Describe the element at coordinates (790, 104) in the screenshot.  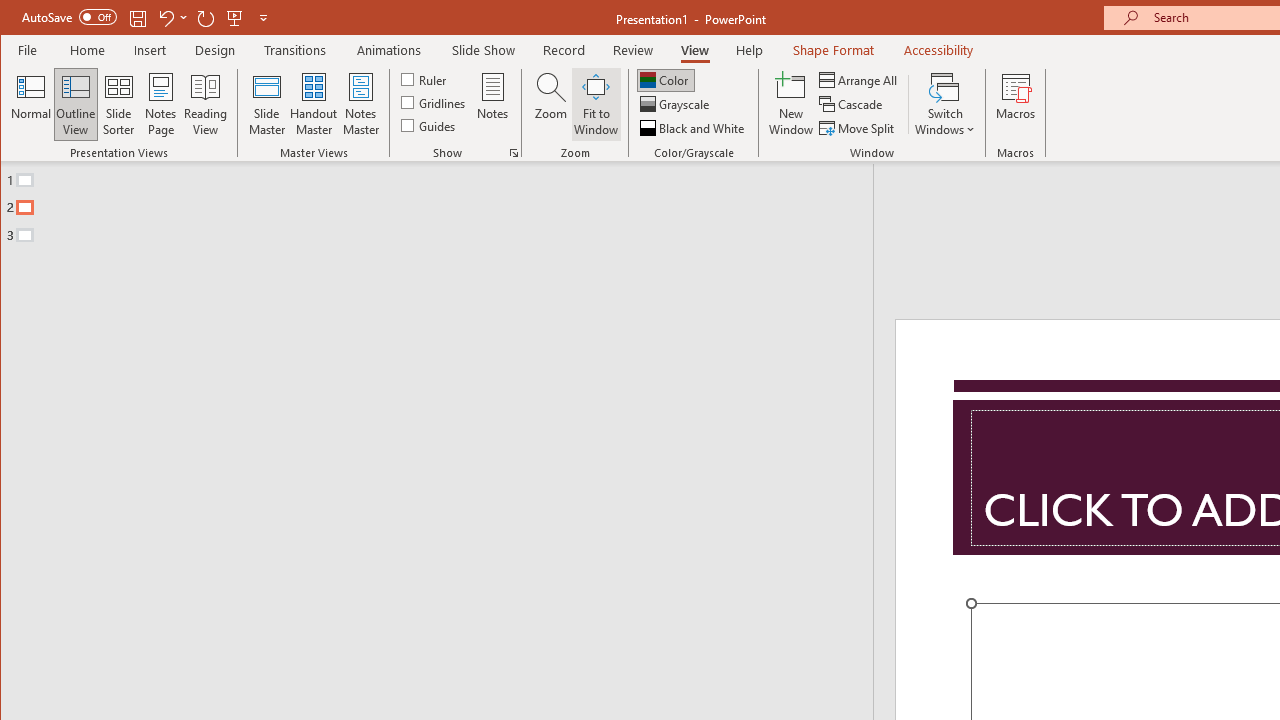
I see `'New Window'` at that location.